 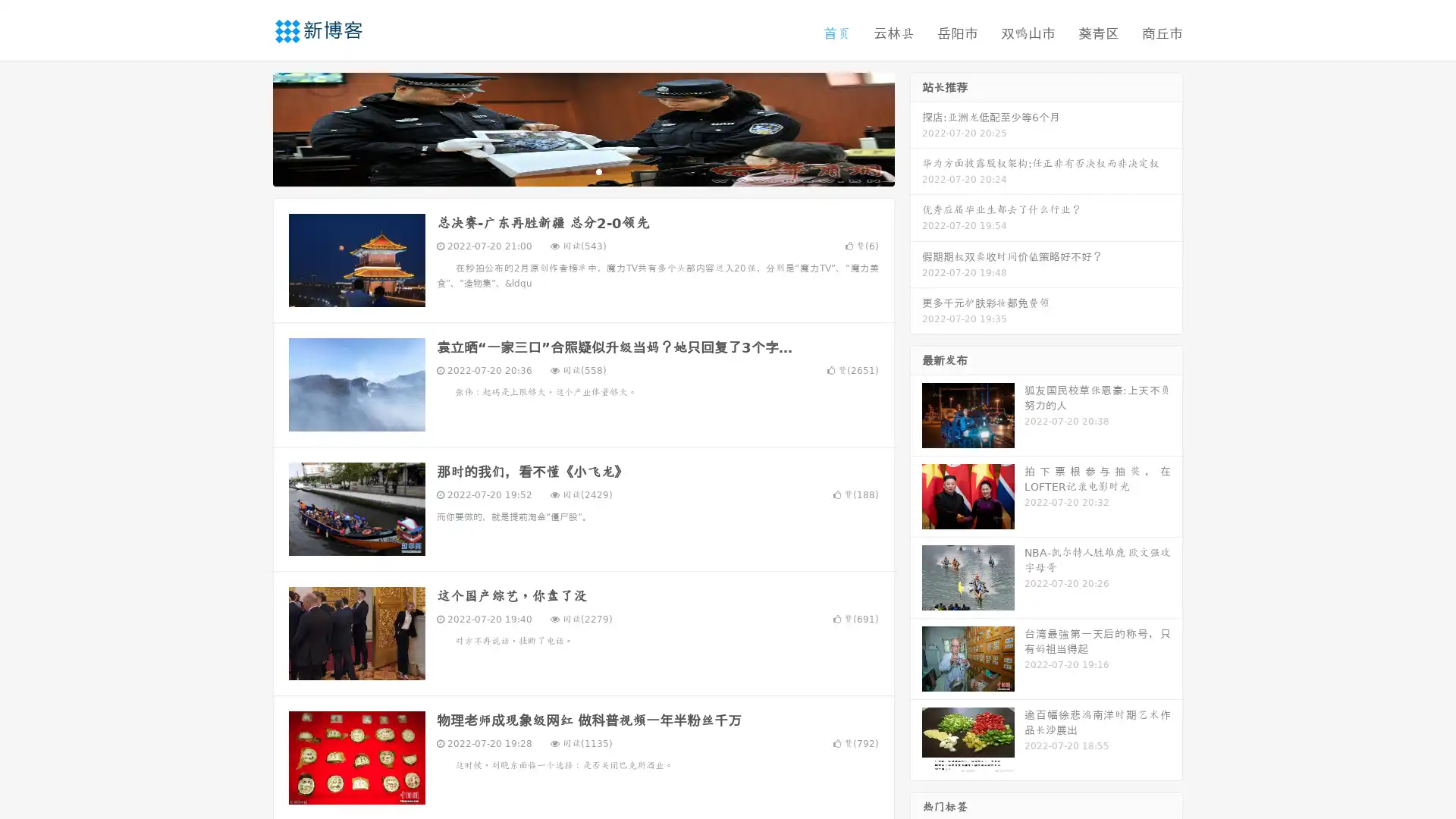 I want to click on Go to slide 3, so click(x=598, y=171).